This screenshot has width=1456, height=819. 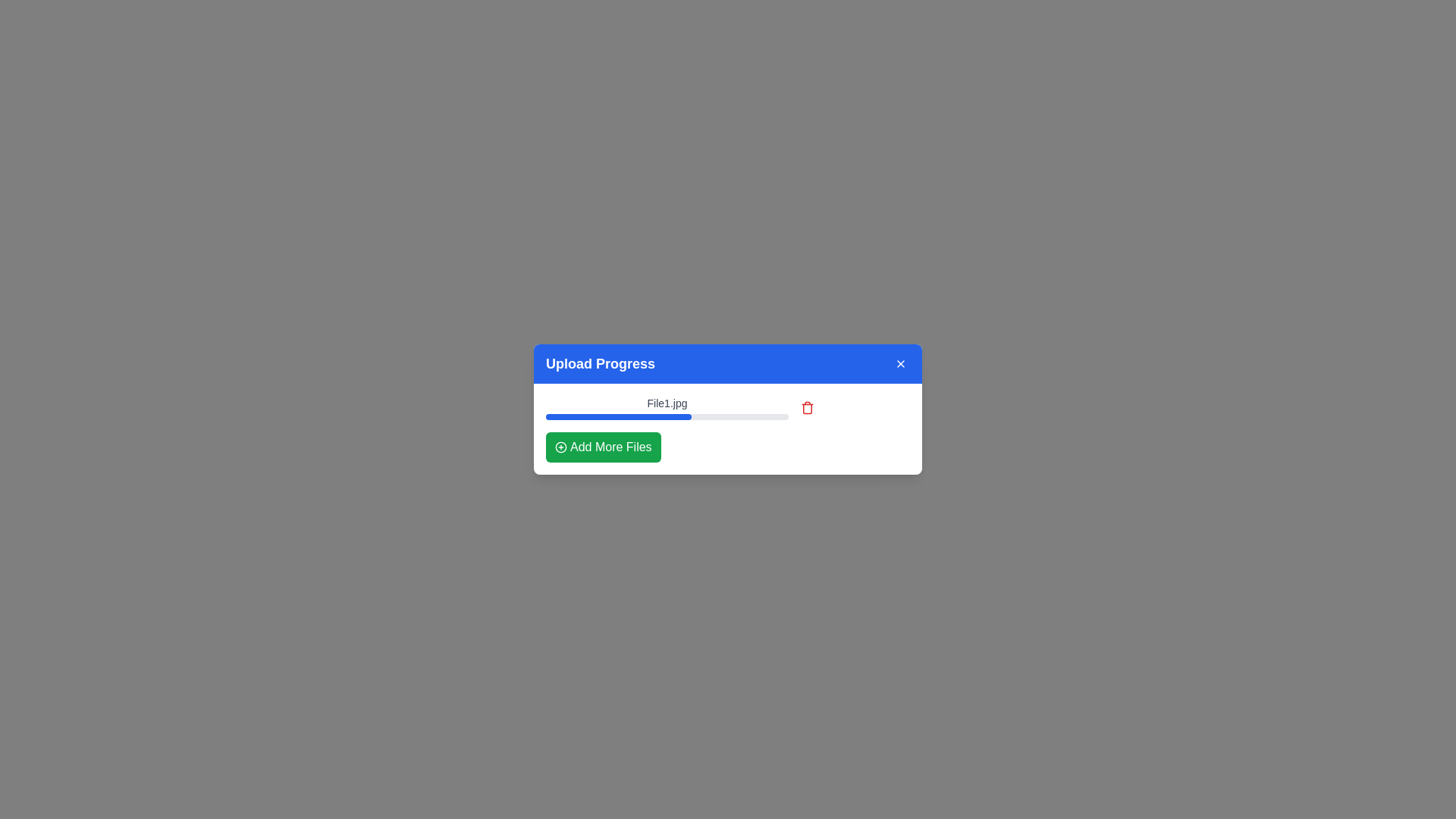 What do you see at coordinates (667, 403) in the screenshot?
I see `the text label displaying the filename 'File1.jpg'` at bounding box center [667, 403].